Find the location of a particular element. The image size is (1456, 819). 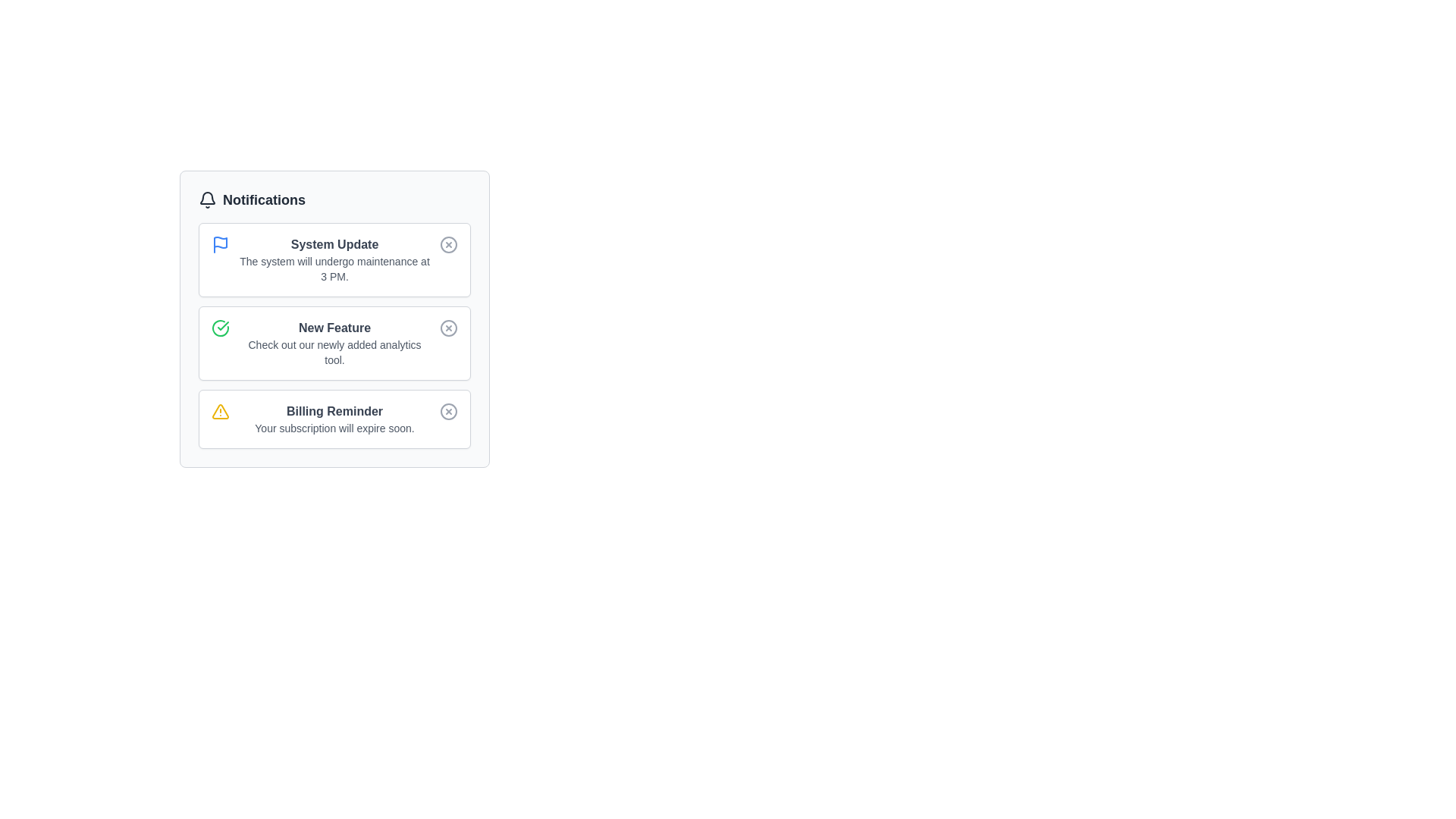

descriptive text label located in the second notification card under the 'Notifications' header, specifically the second line of text below the heading 'New Feature.' is located at coordinates (334, 353).